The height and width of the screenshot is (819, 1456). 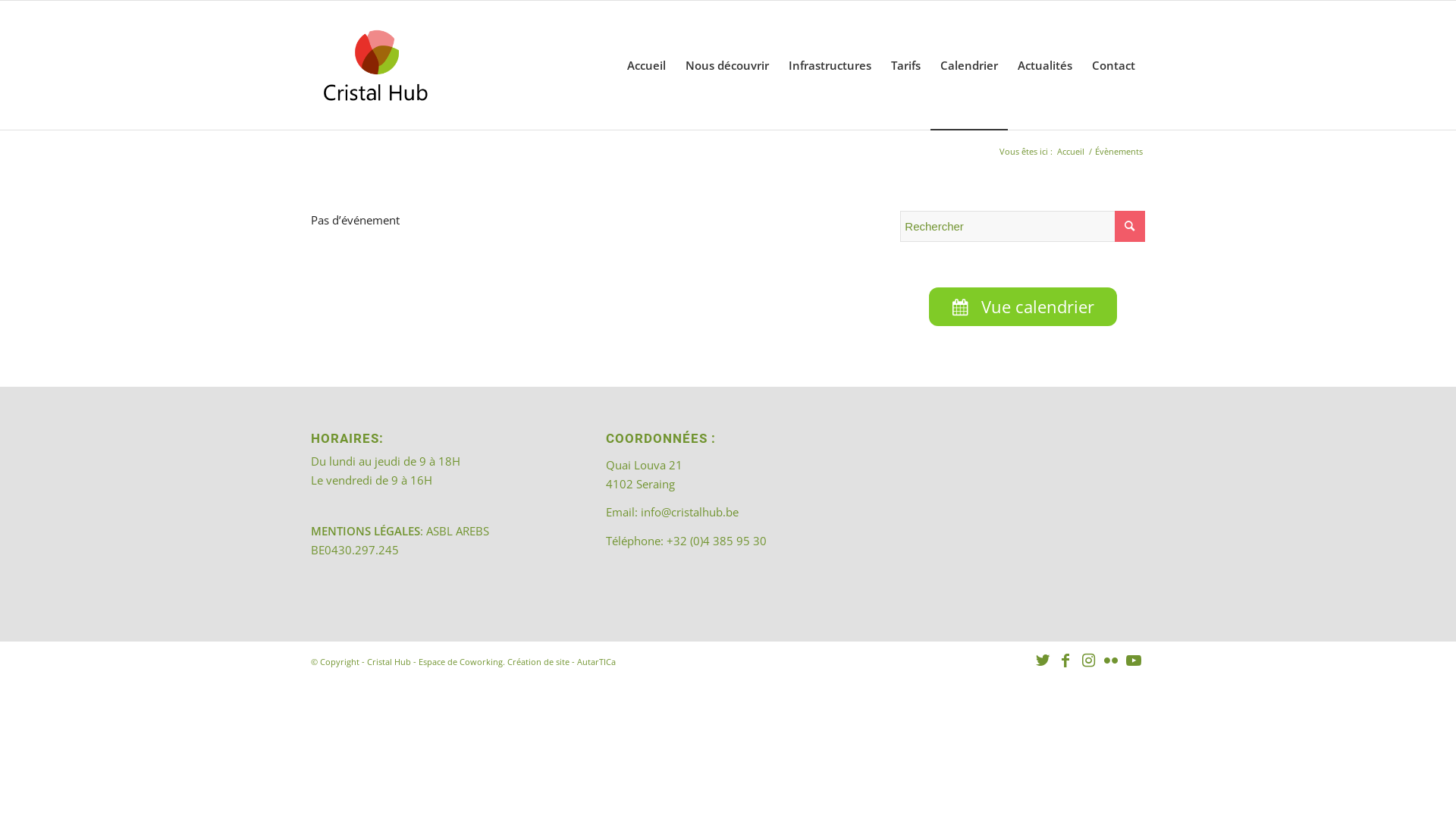 I want to click on 'Vue calendrier', so click(x=1022, y=306).